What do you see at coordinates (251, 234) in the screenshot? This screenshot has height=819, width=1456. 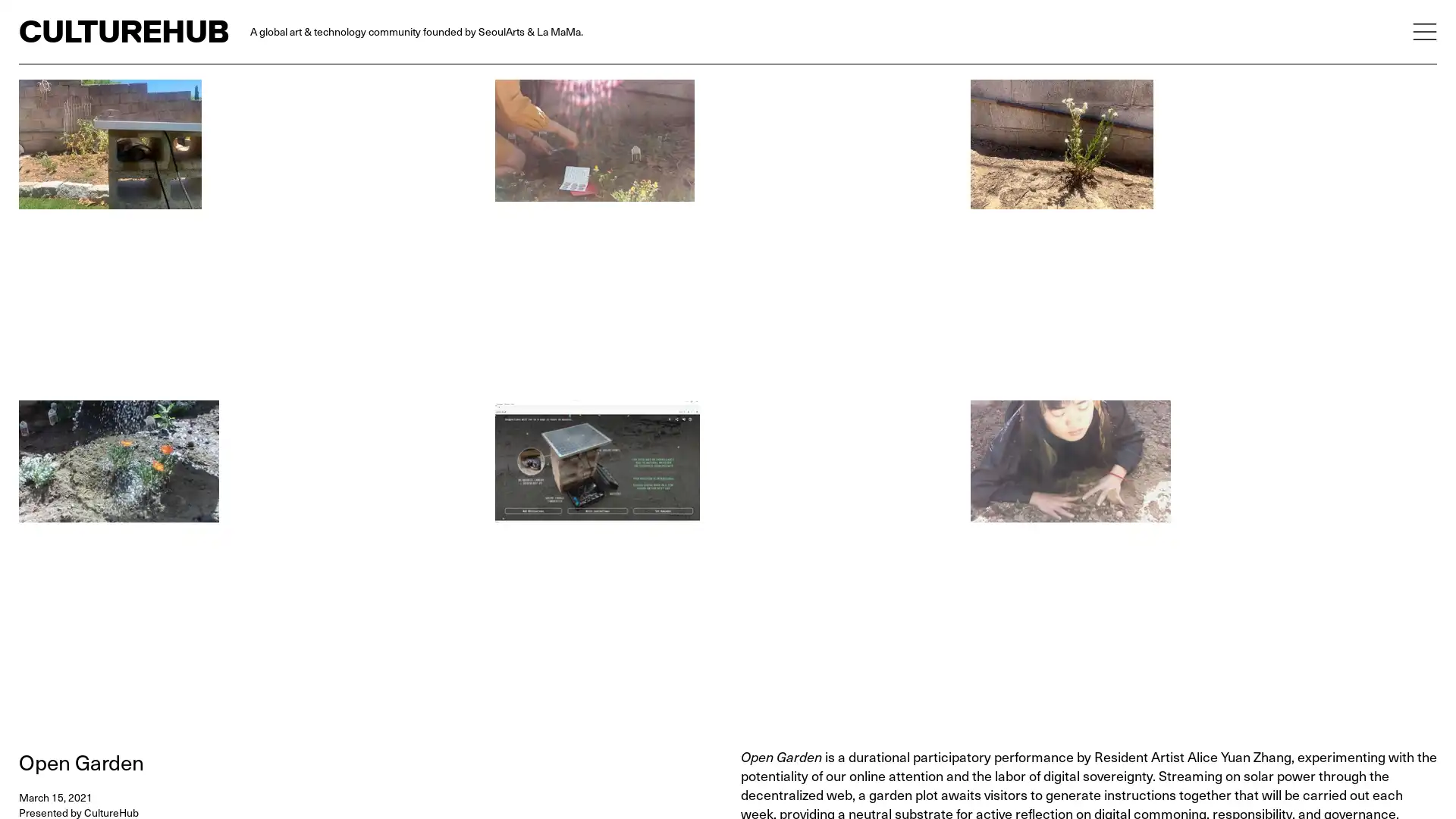 I see `View fullsize Photo 2 of Open Garden from Week 15 (06.24).jpg` at bounding box center [251, 234].